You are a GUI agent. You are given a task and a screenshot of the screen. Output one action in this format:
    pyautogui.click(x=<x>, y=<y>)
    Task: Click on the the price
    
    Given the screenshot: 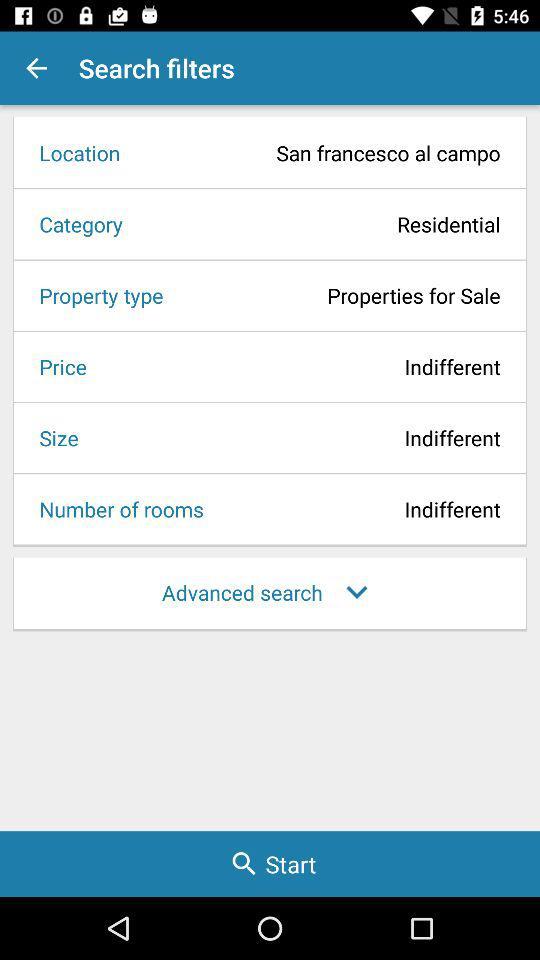 What is the action you would take?
    pyautogui.click(x=56, y=365)
    